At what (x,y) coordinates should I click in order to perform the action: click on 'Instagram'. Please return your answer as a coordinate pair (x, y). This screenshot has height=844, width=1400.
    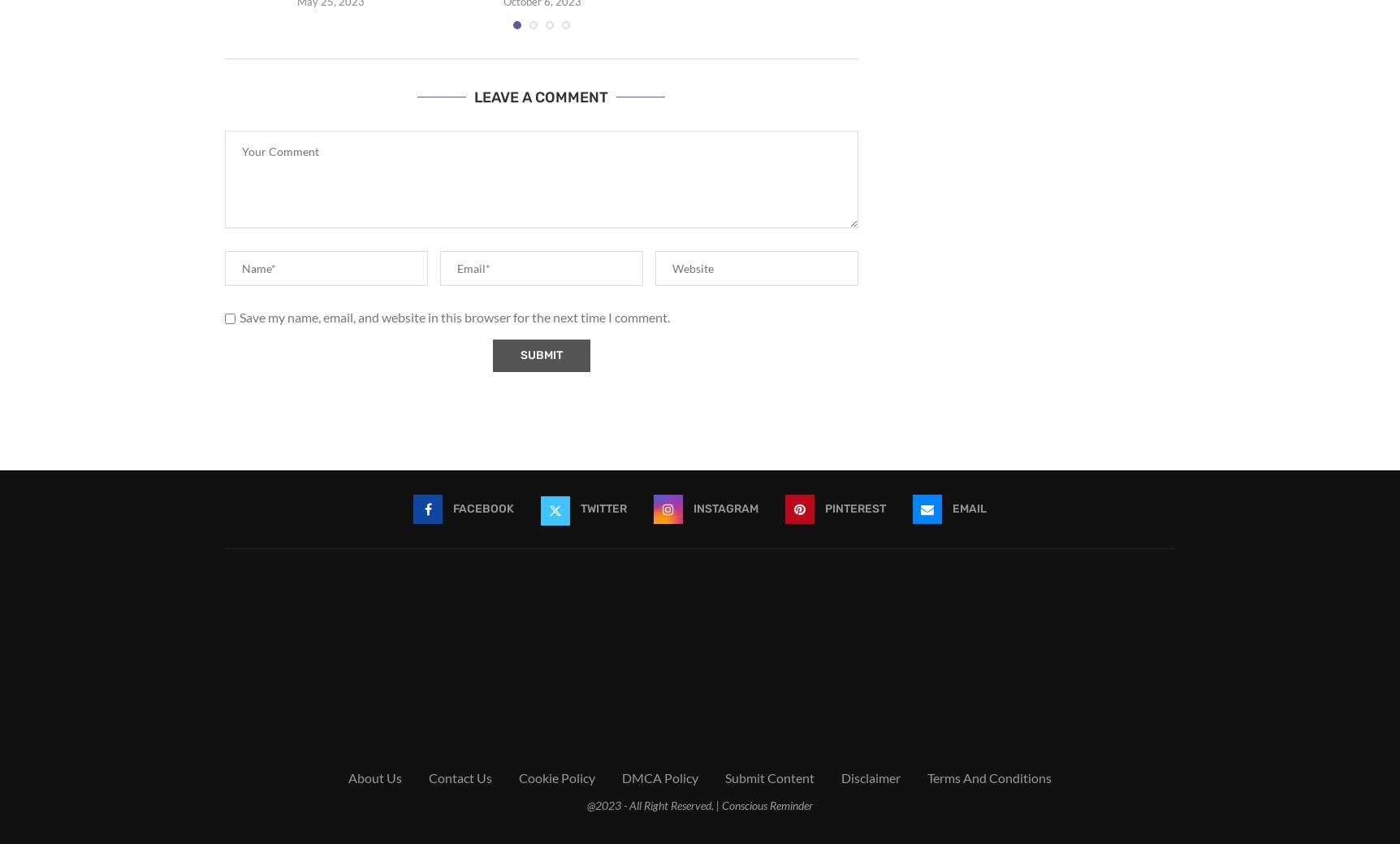
    Looking at the image, I should click on (726, 509).